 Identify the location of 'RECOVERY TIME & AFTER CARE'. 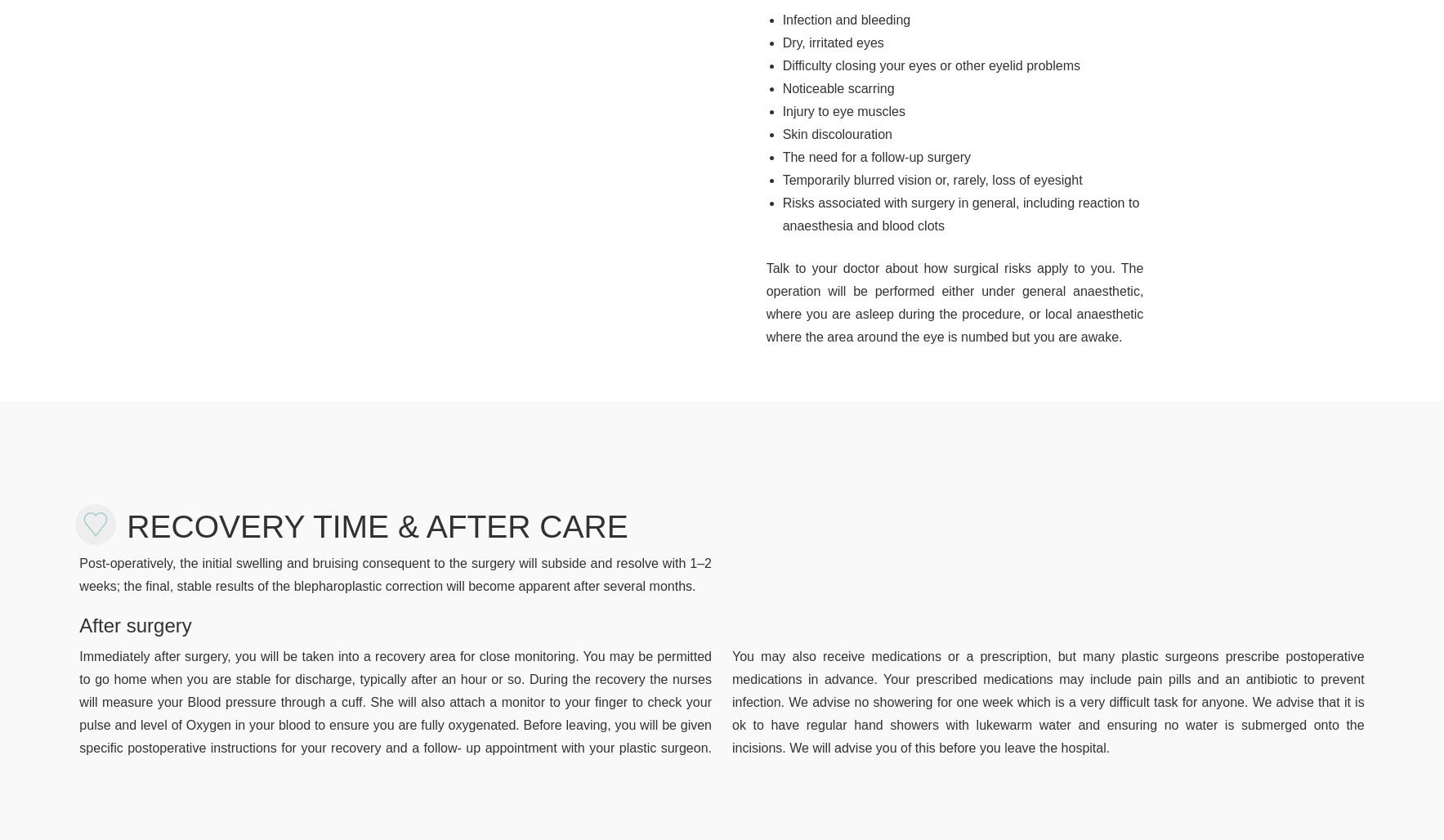
(377, 526).